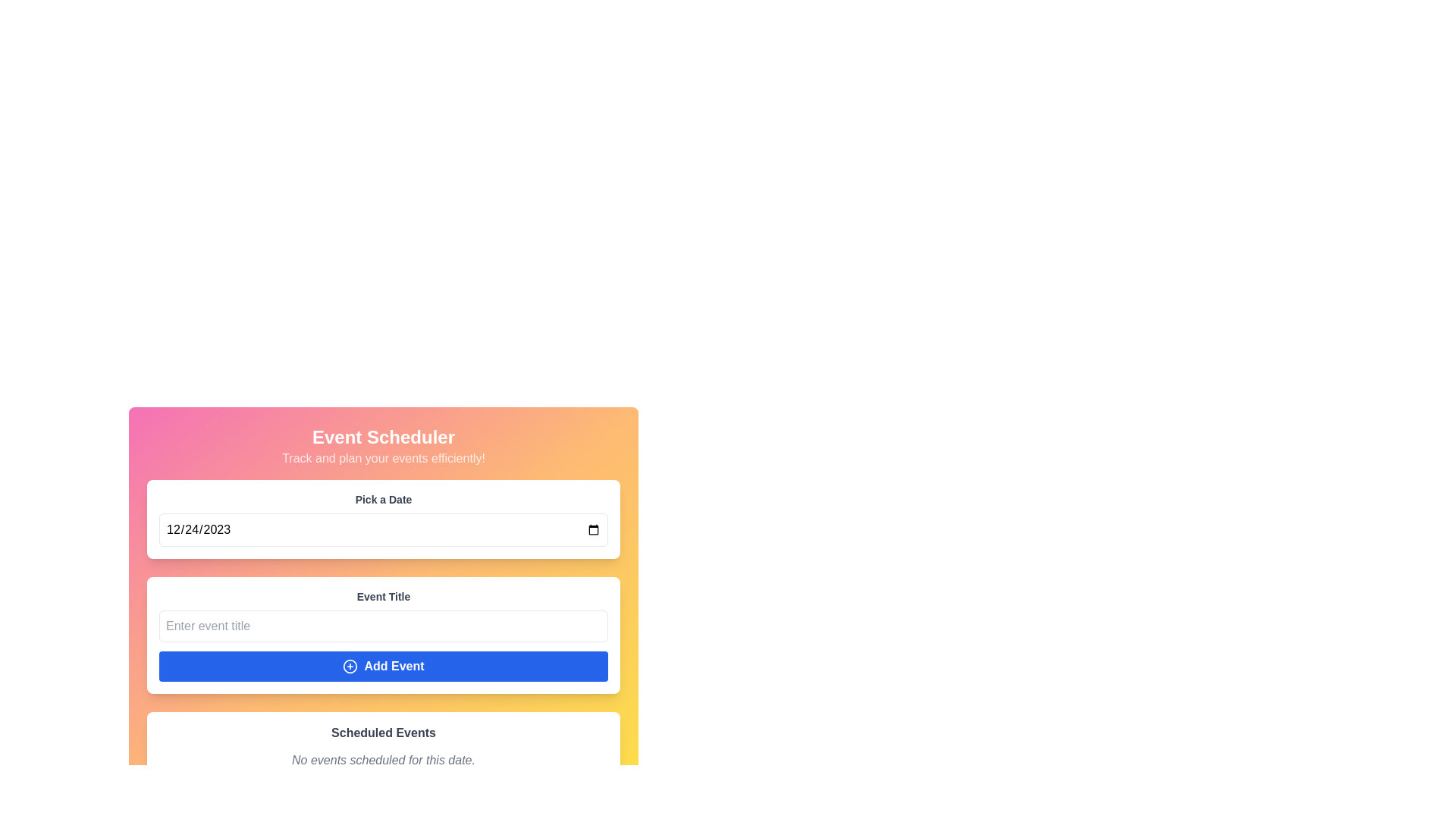  Describe the element at coordinates (350, 666) in the screenshot. I see `the circular icon with a plus sign inside, which is centered within the 'Add Event' button` at that location.